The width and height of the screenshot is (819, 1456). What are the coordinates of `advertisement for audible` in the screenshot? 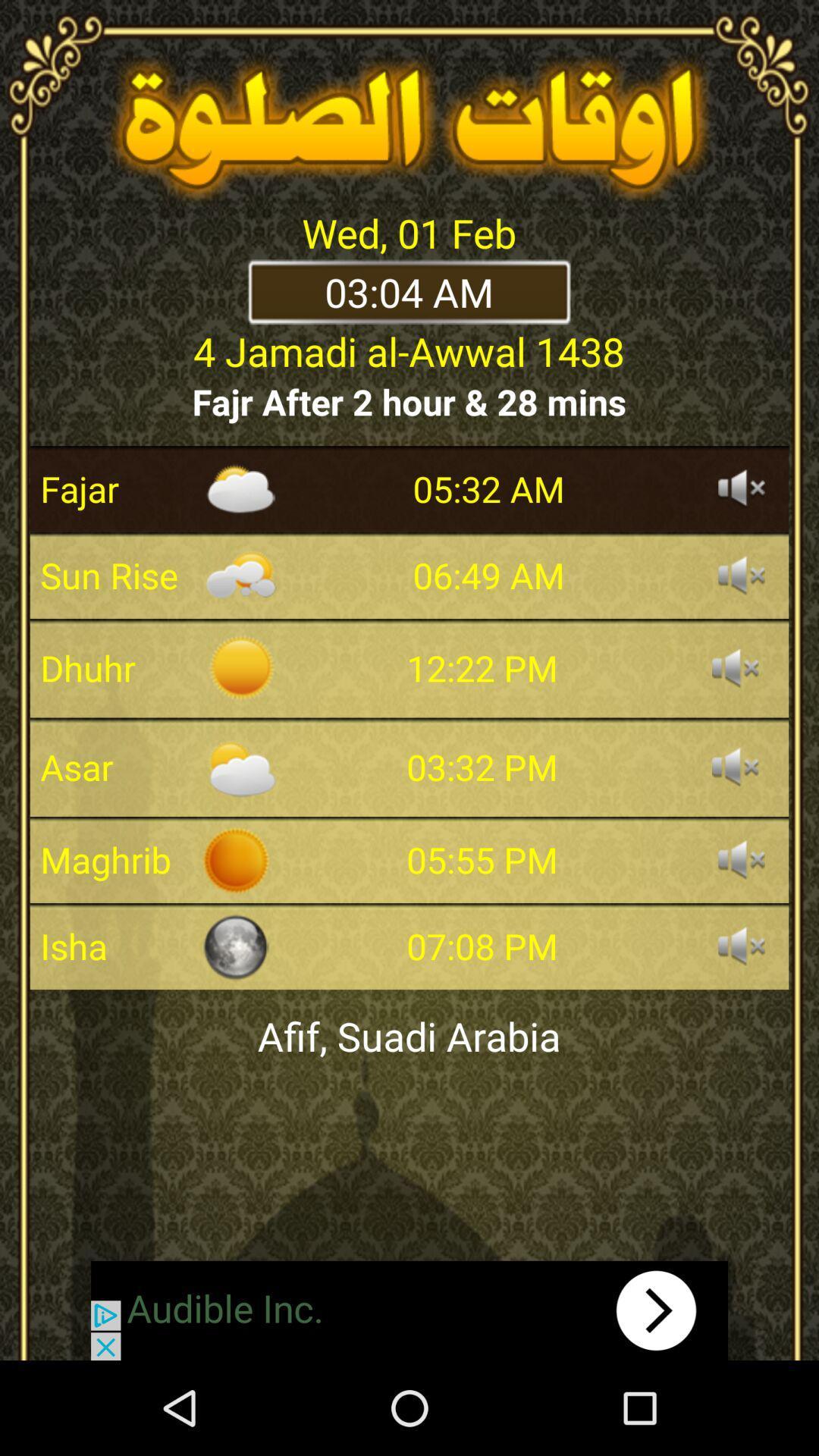 It's located at (409, 1310).